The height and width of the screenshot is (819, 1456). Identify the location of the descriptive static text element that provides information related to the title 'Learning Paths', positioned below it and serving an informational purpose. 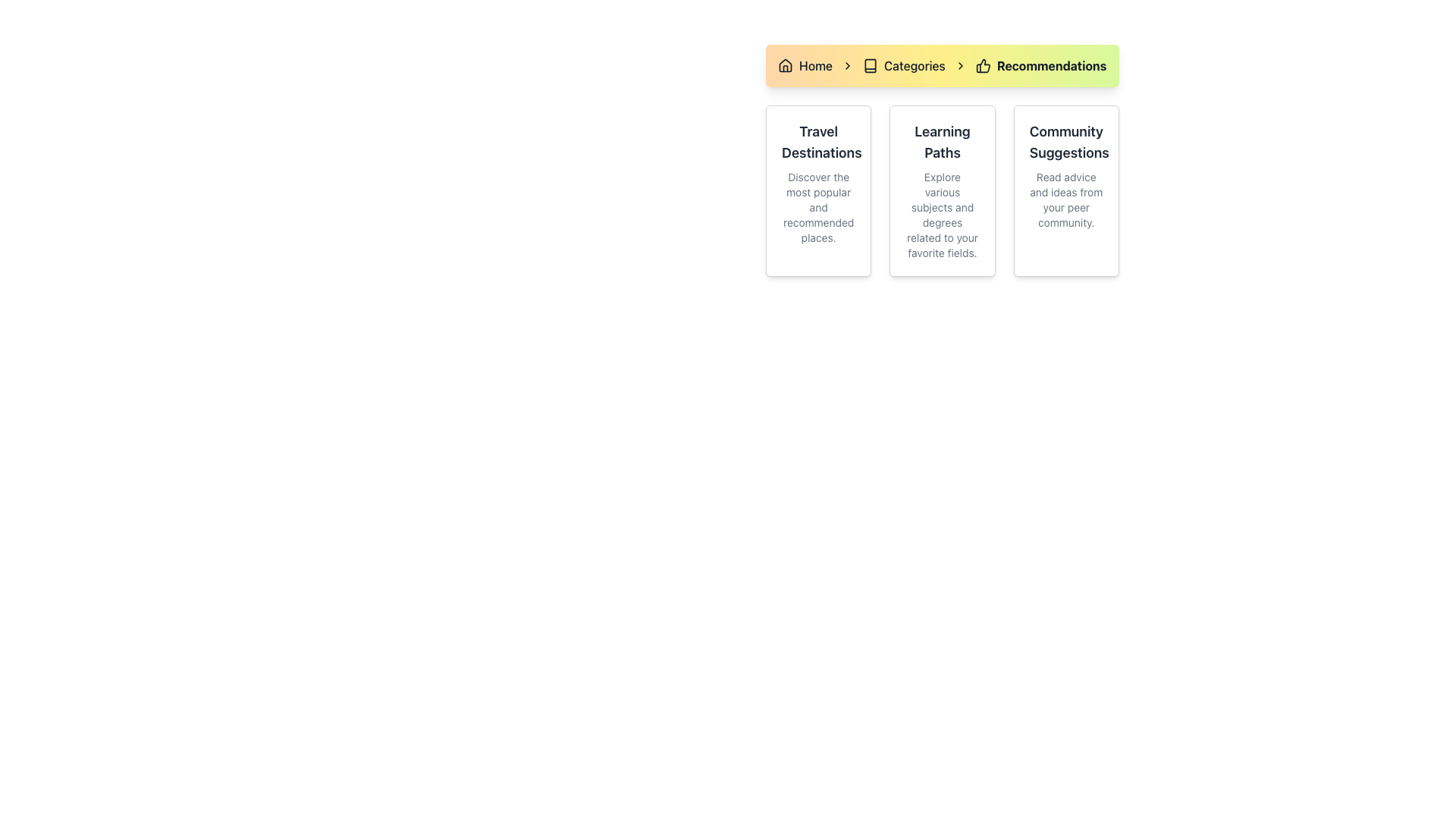
(942, 215).